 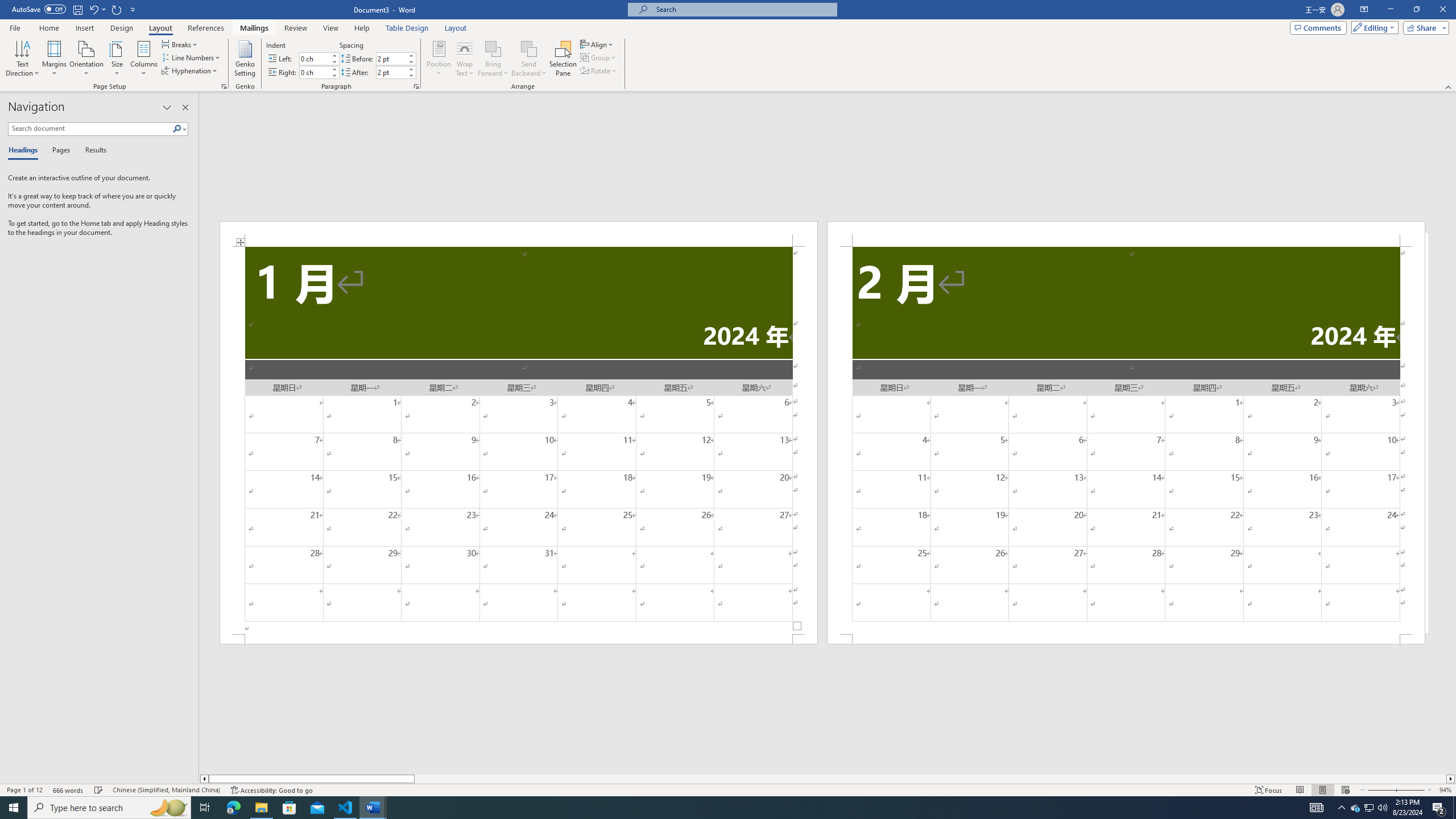 What do you see at coordinates (179, 128) in the screenshot?
I see `'Search'` at bounding box center [179, 128].